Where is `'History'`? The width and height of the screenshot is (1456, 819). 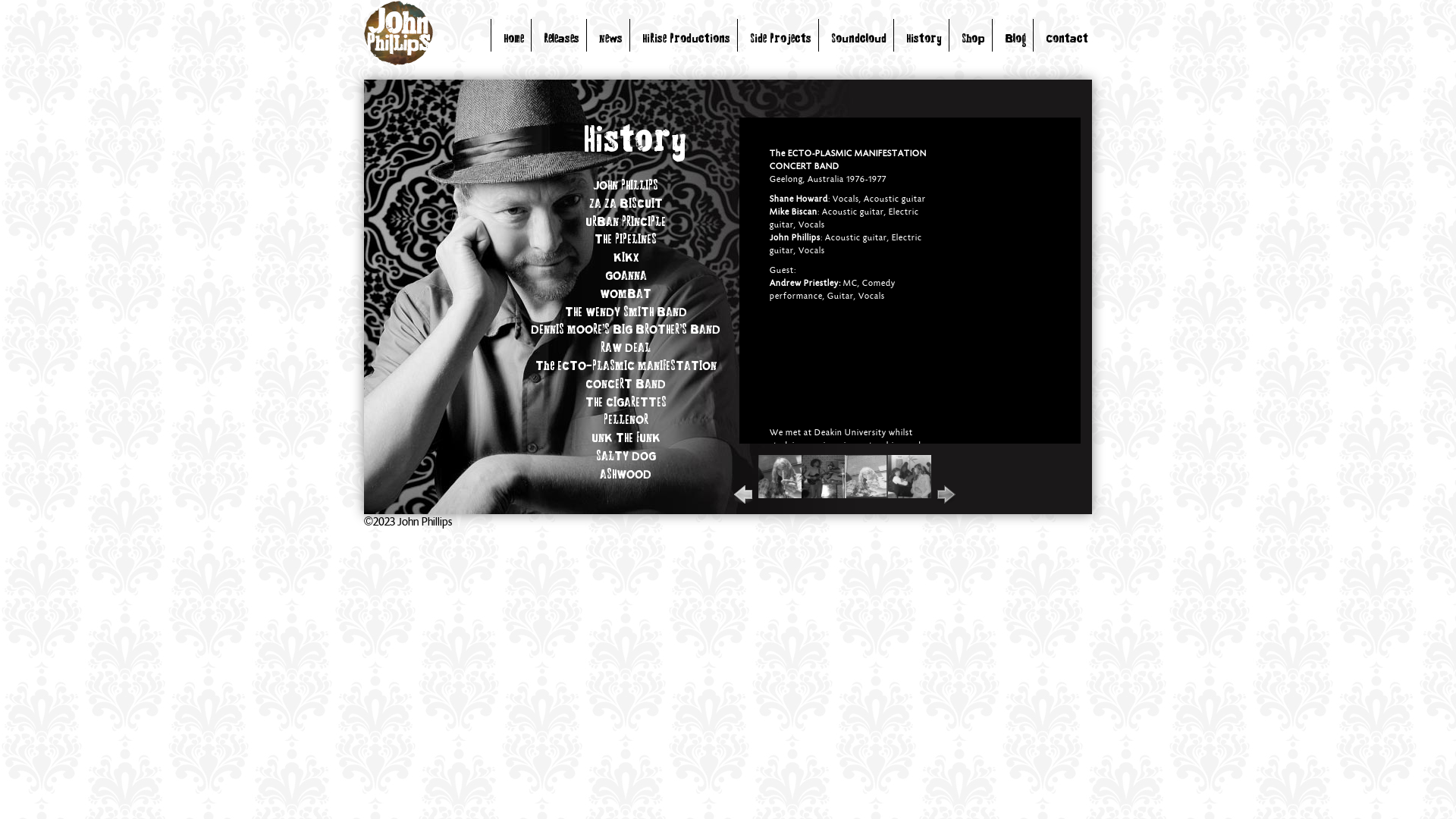
'History' is located at coordinates (906, 39).